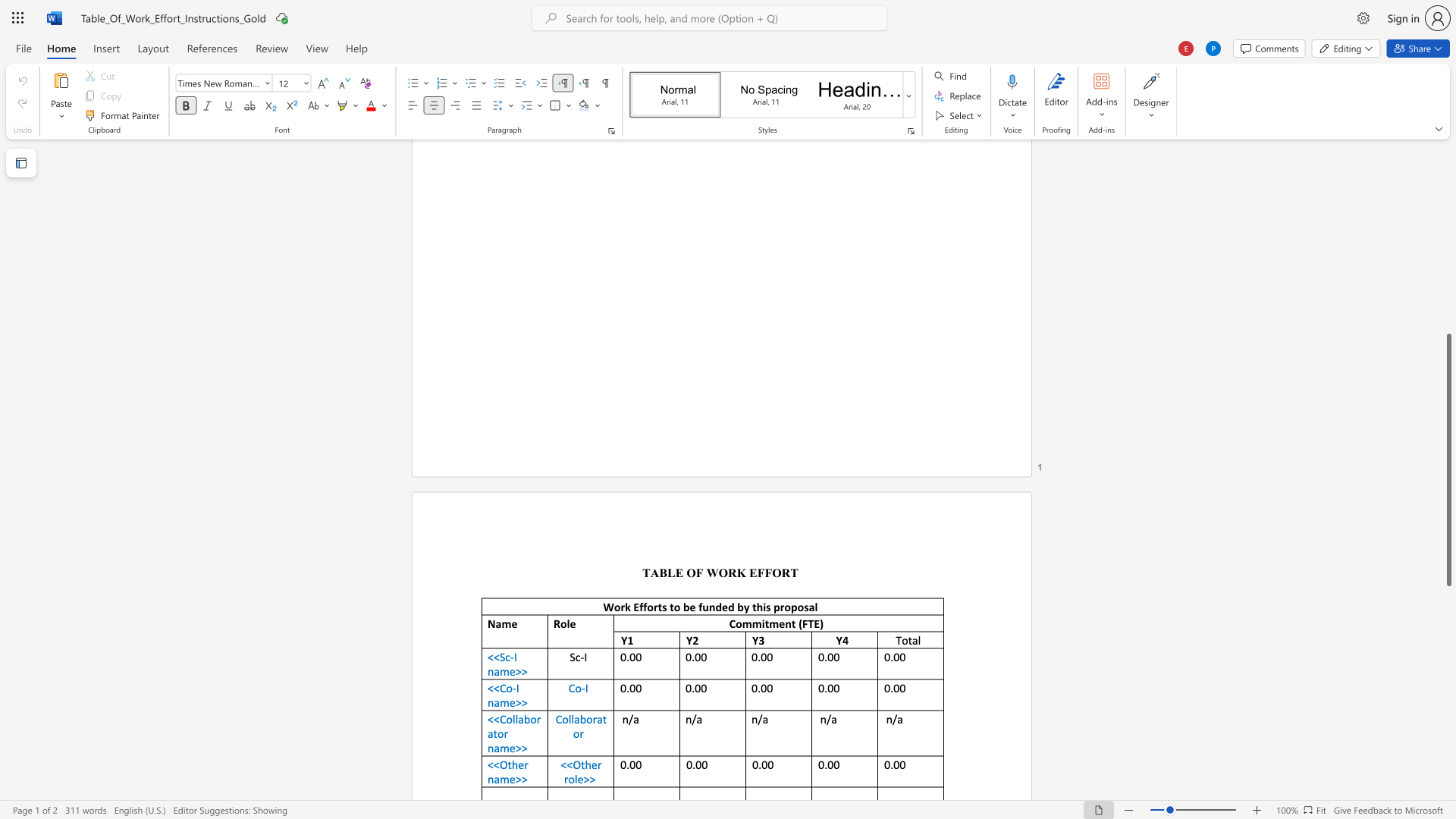 This screenshot has width=1456, height=819. What do you see at coordinates (1448, 166) in the screenshot?
I see `the scrollbar to move the page up` at bounding box center [1448, 166].